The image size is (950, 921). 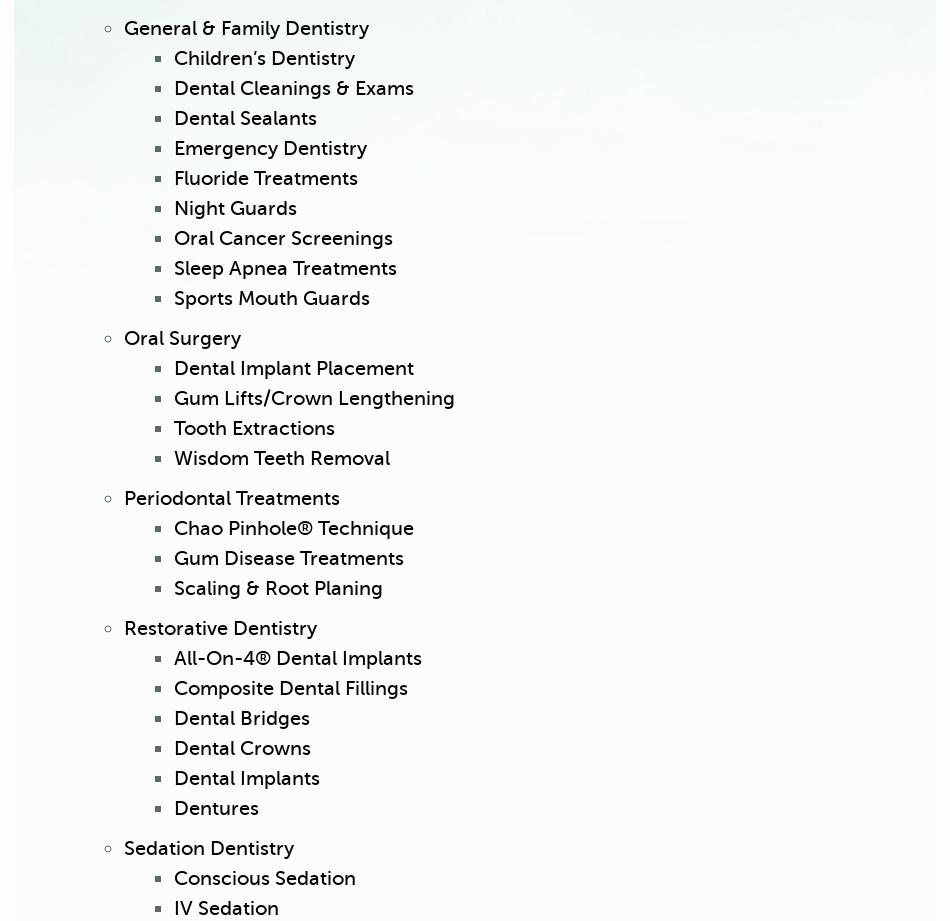 What do you see at coordinates (209, 847) in the screenshot?
I see `'Sedation Dentistry'` at bounding box center [209, 847].